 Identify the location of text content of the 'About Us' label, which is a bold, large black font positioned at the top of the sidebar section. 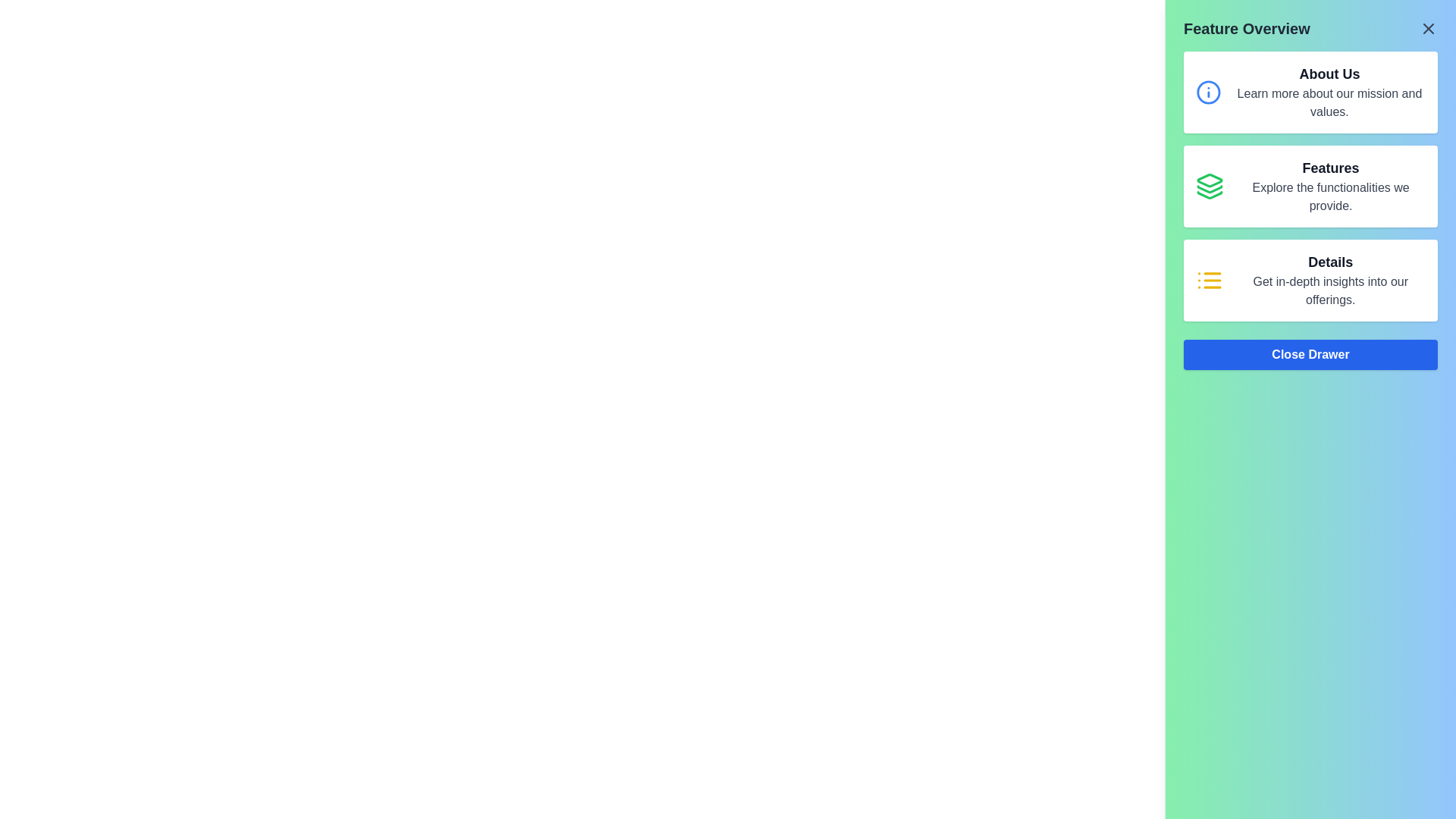
(1329, 74).